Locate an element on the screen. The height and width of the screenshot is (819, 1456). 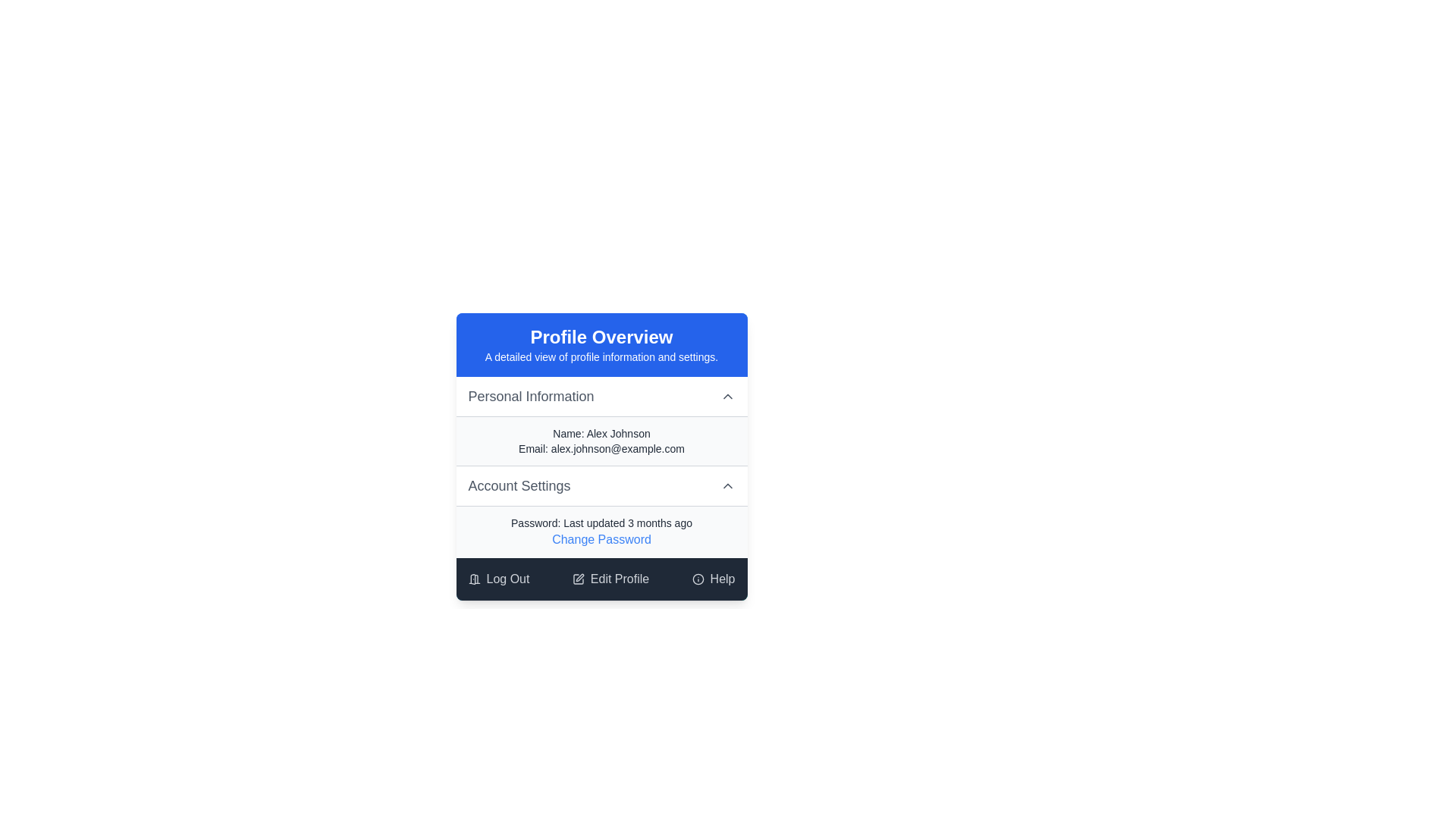
the compact open door icon, which is a non-interactive visual element located to the left of the 'Log Out' text in the bottom section of the card interface is located at coordinates (473, 579).